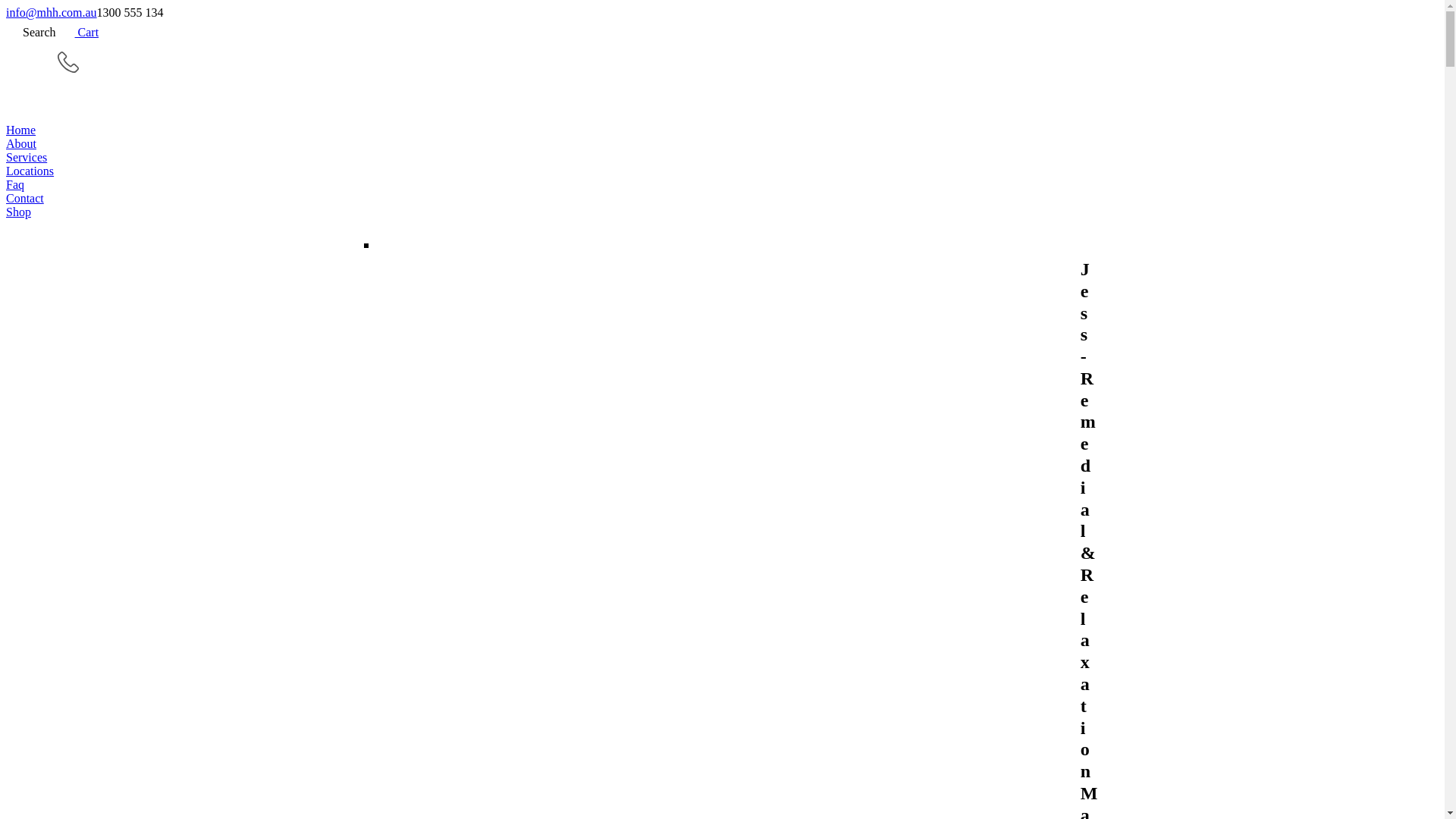 The width and height of the screenshot is (1456, 819). I want to click on 'About', so click(721, 143).